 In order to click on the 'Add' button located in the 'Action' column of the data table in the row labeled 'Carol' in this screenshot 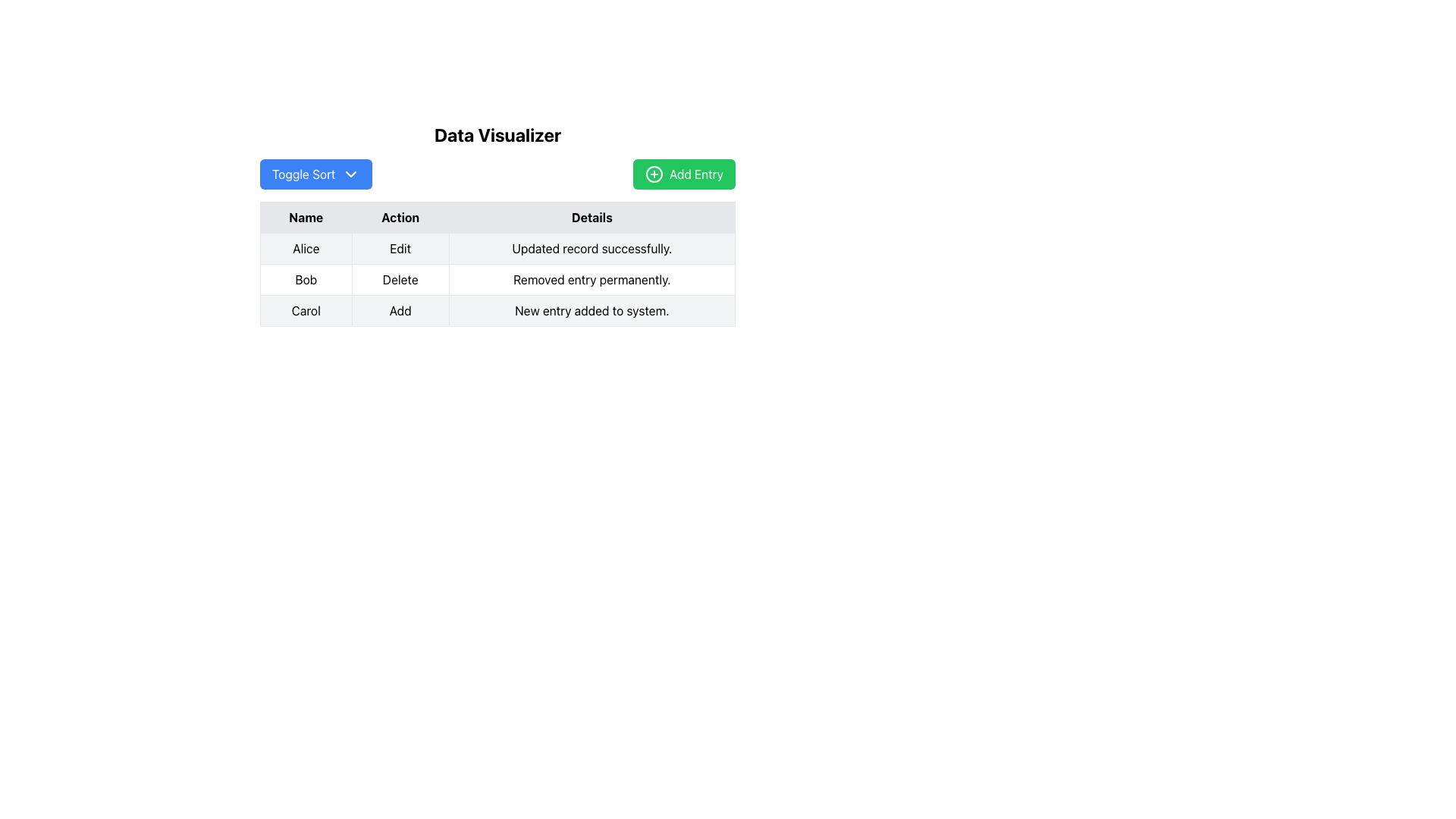, I will do `click(400, 309)`.